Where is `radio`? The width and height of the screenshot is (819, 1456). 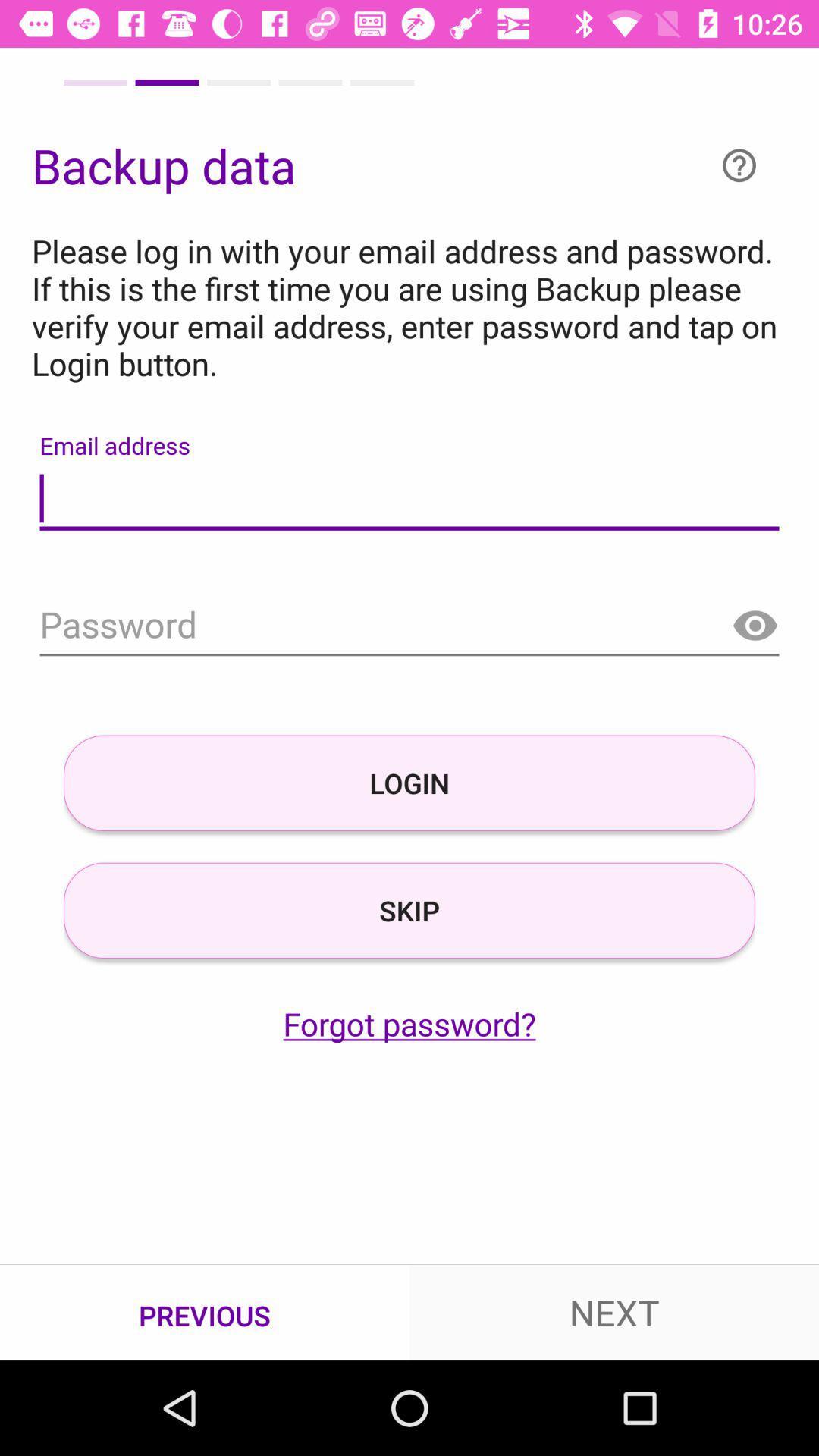 radio is located at coordinates (755, 626).